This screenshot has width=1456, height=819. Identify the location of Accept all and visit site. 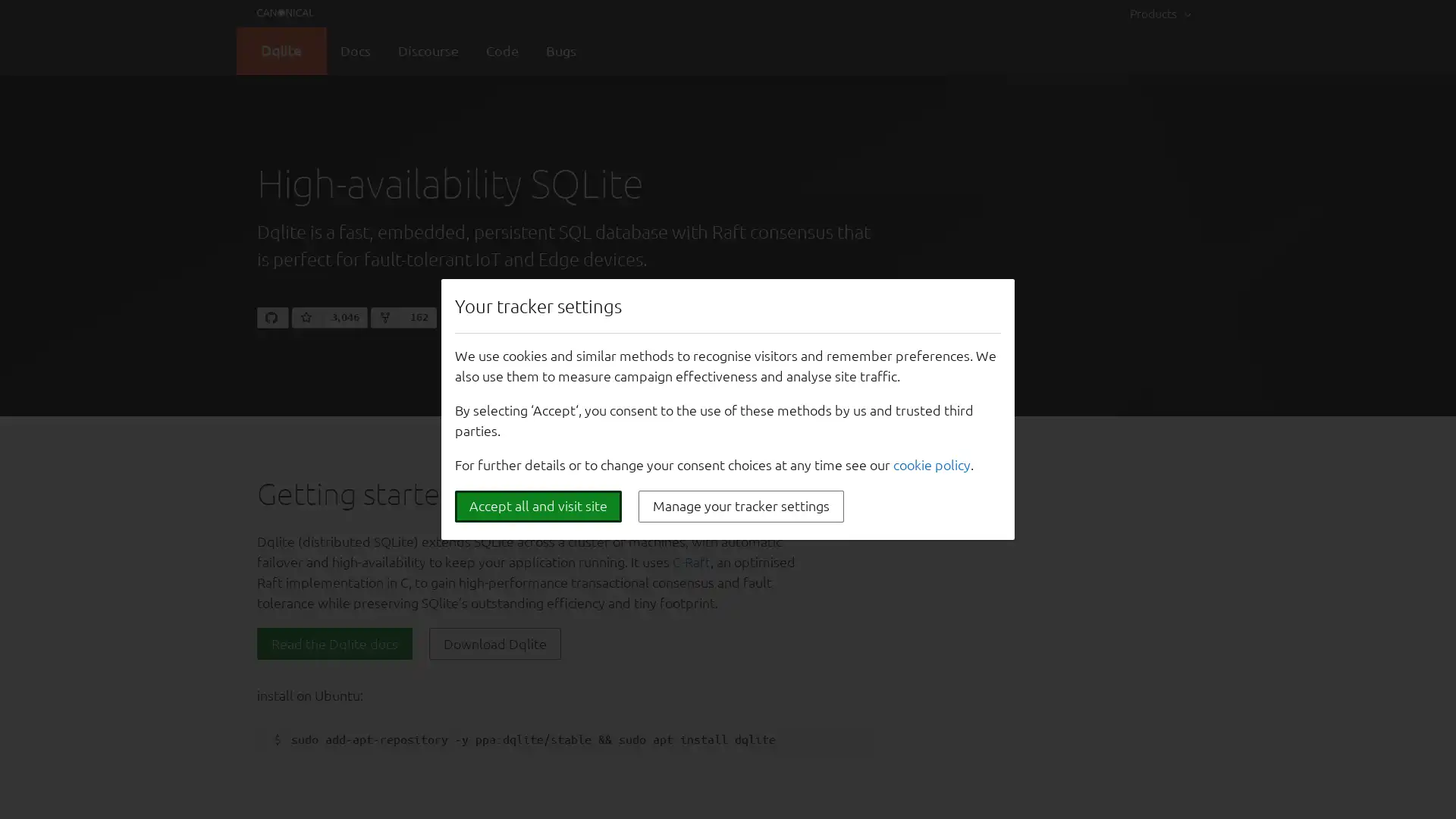
(538, 506).